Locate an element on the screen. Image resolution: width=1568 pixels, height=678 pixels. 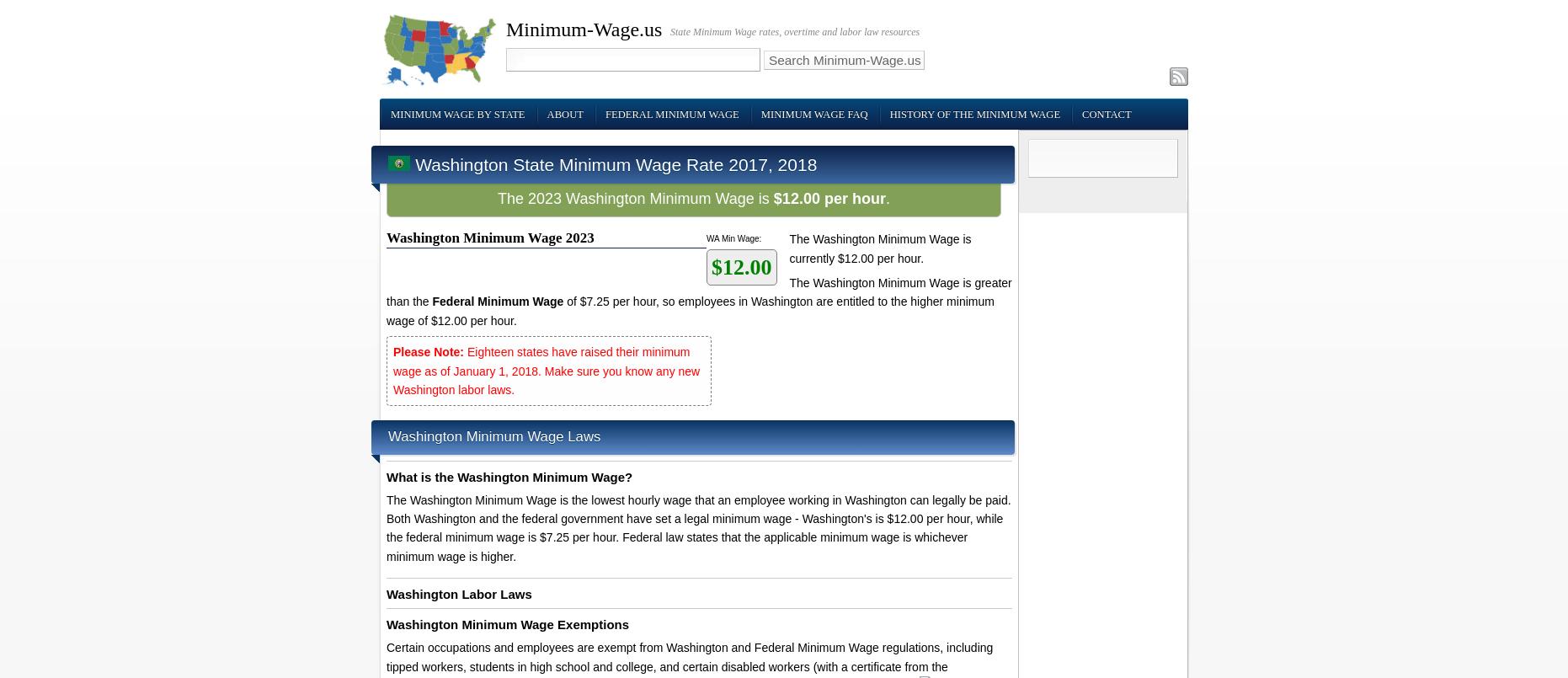
'of $7.25 per hour, so employees in Washington are entitled to the higher minimum wage of $12.00 per hour.' is located at coordinates (385, 311).